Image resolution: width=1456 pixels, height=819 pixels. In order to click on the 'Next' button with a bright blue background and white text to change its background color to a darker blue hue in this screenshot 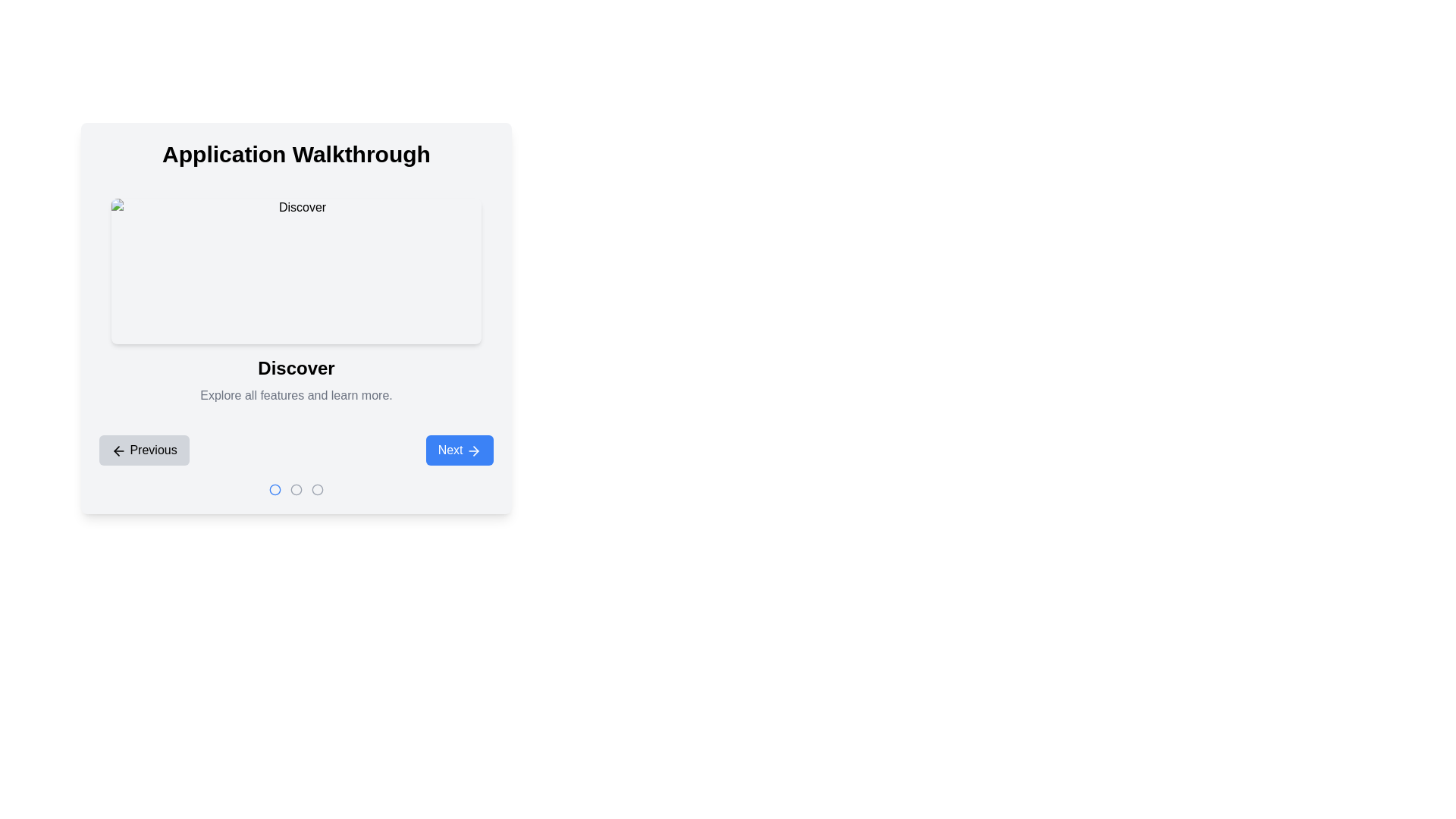, I will do `click(459, 450)`.